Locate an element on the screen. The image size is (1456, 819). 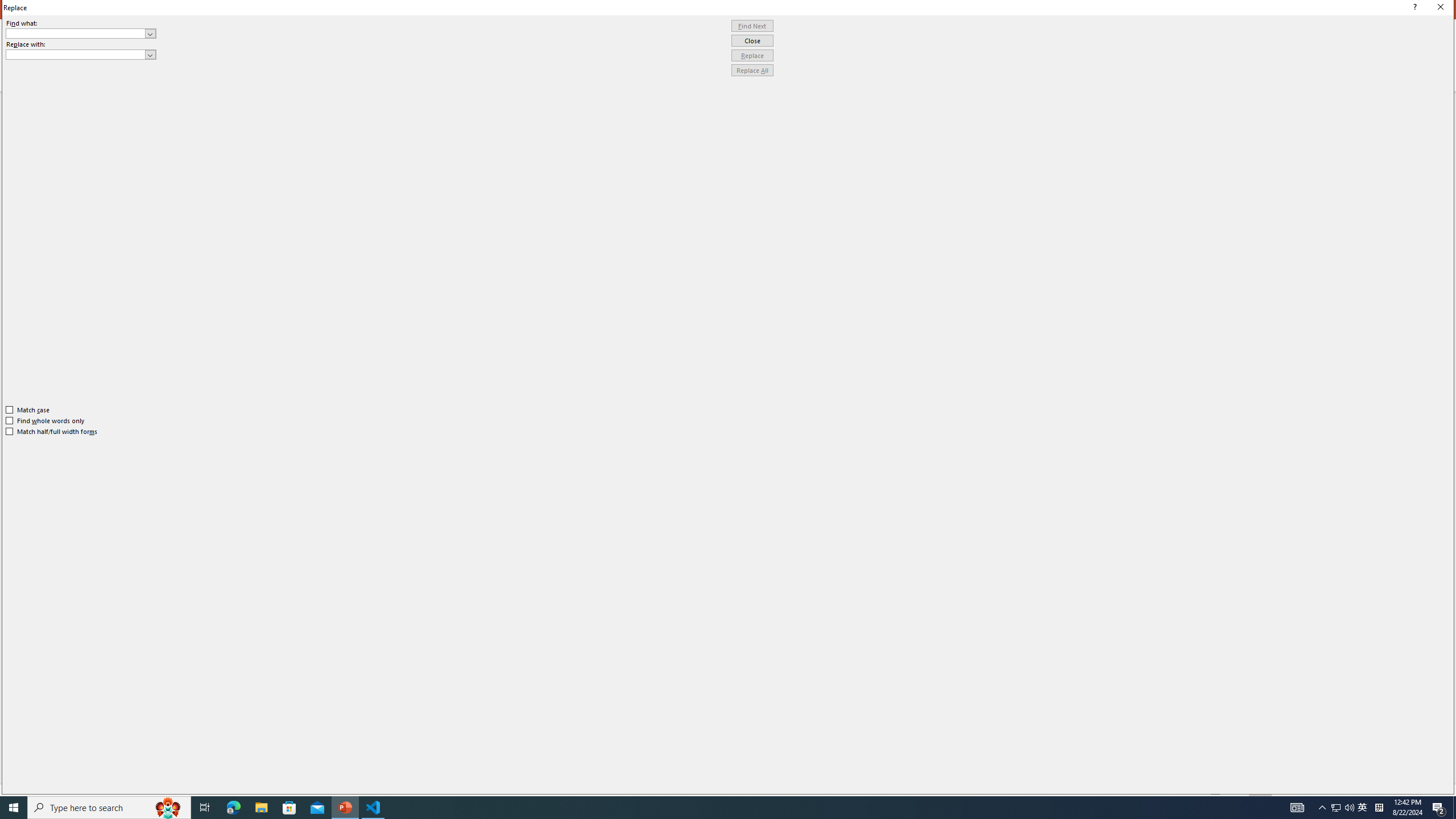
'Replace All' is located at coordinates (752, 69).